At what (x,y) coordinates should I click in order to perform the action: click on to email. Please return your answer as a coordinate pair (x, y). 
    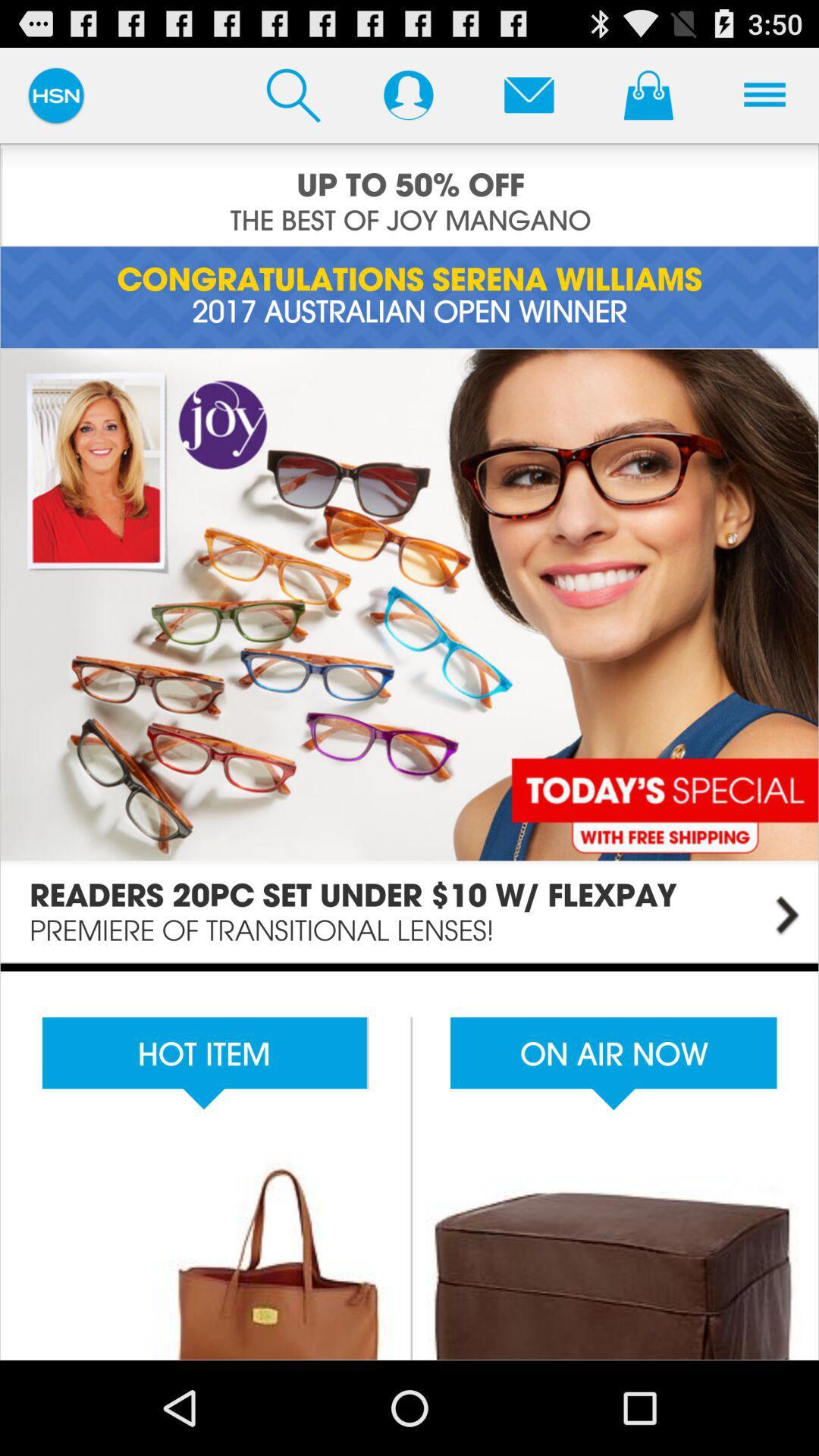
    Looking at the image, I should click on (528, 94).